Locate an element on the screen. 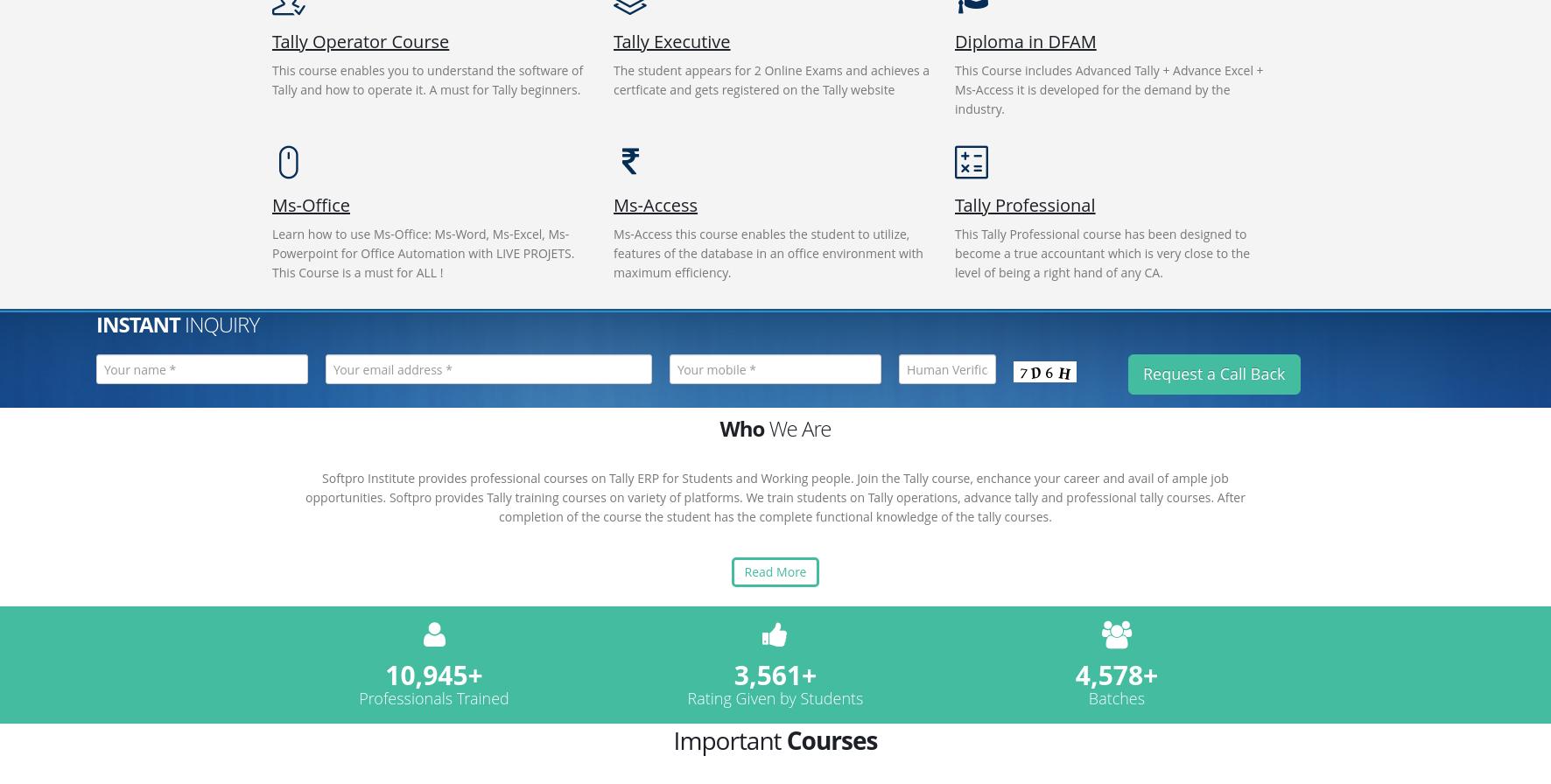  'Read More' is located at coordinates (775, 570).